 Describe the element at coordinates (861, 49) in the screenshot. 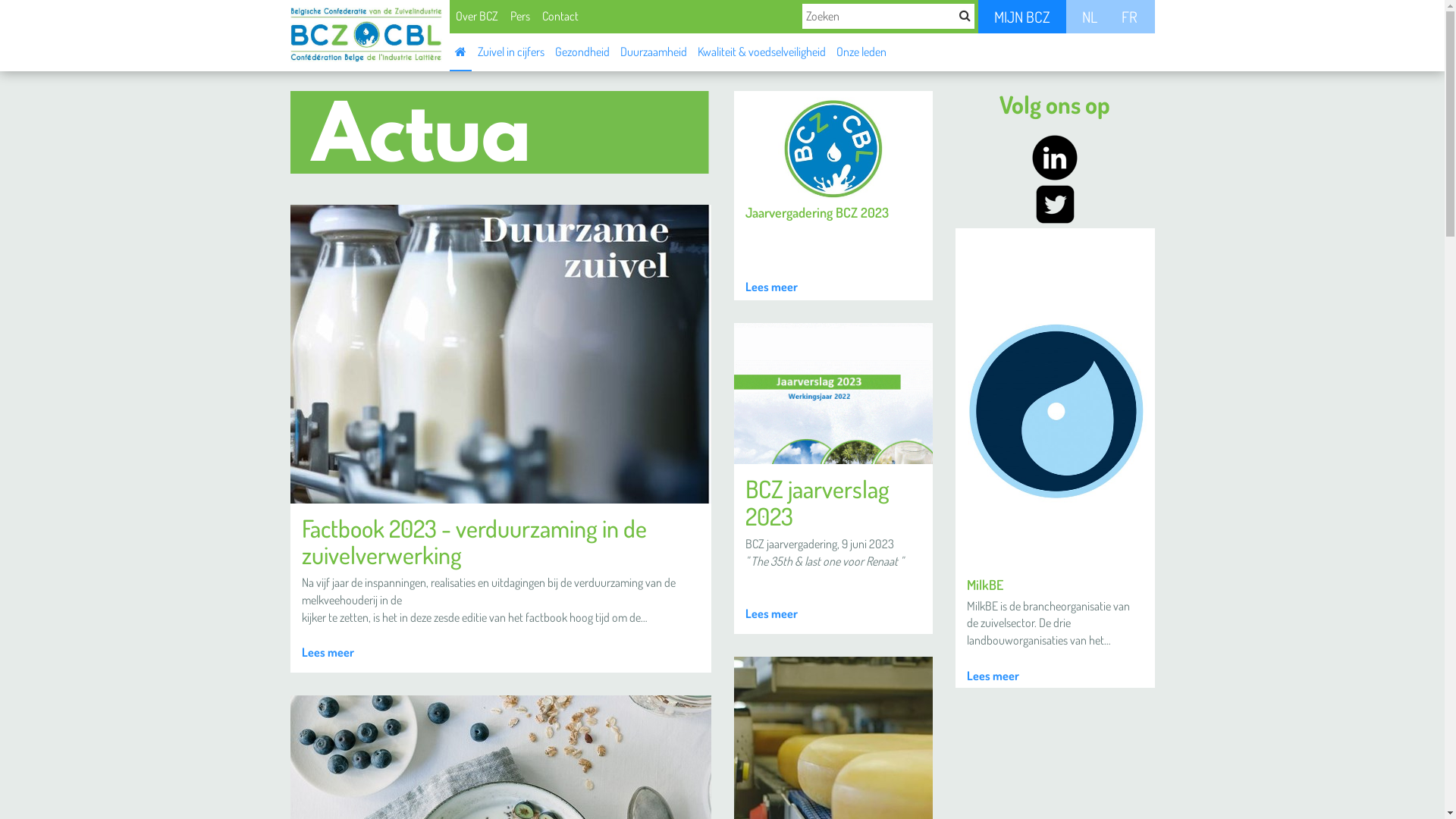

I see `'Onze leden'` at that location.